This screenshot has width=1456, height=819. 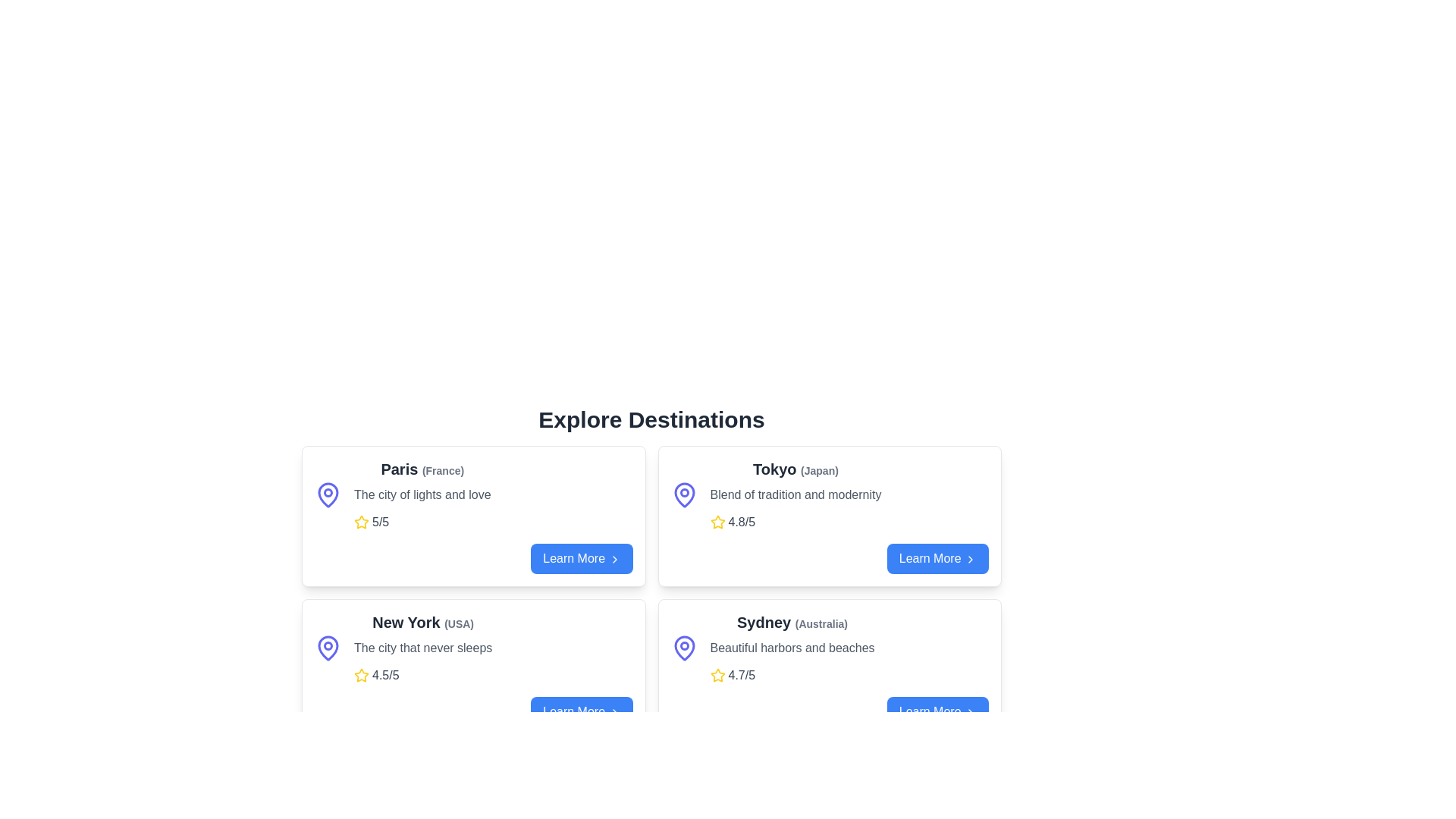 What do you see at coordinates (472, 711) in the screenshot?
I see `the blue 'Learn More' button located in the bottom-right corner of the New York information card` at bounding box center [472, 711].